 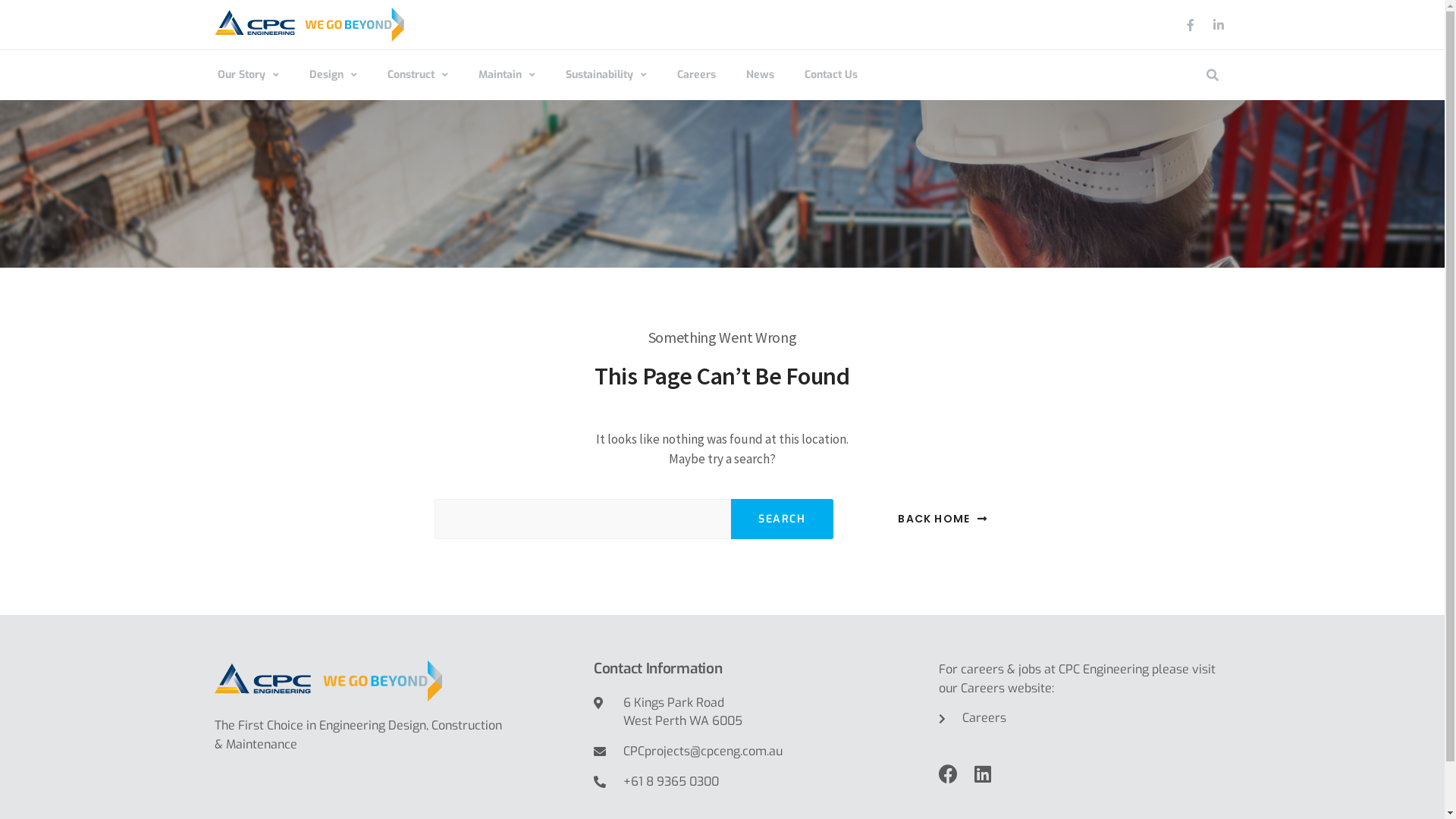 What do you see at coordinates (942, 518) in the screenshot?
I see `'BACK HOME'` at bounding box center [942, 518].